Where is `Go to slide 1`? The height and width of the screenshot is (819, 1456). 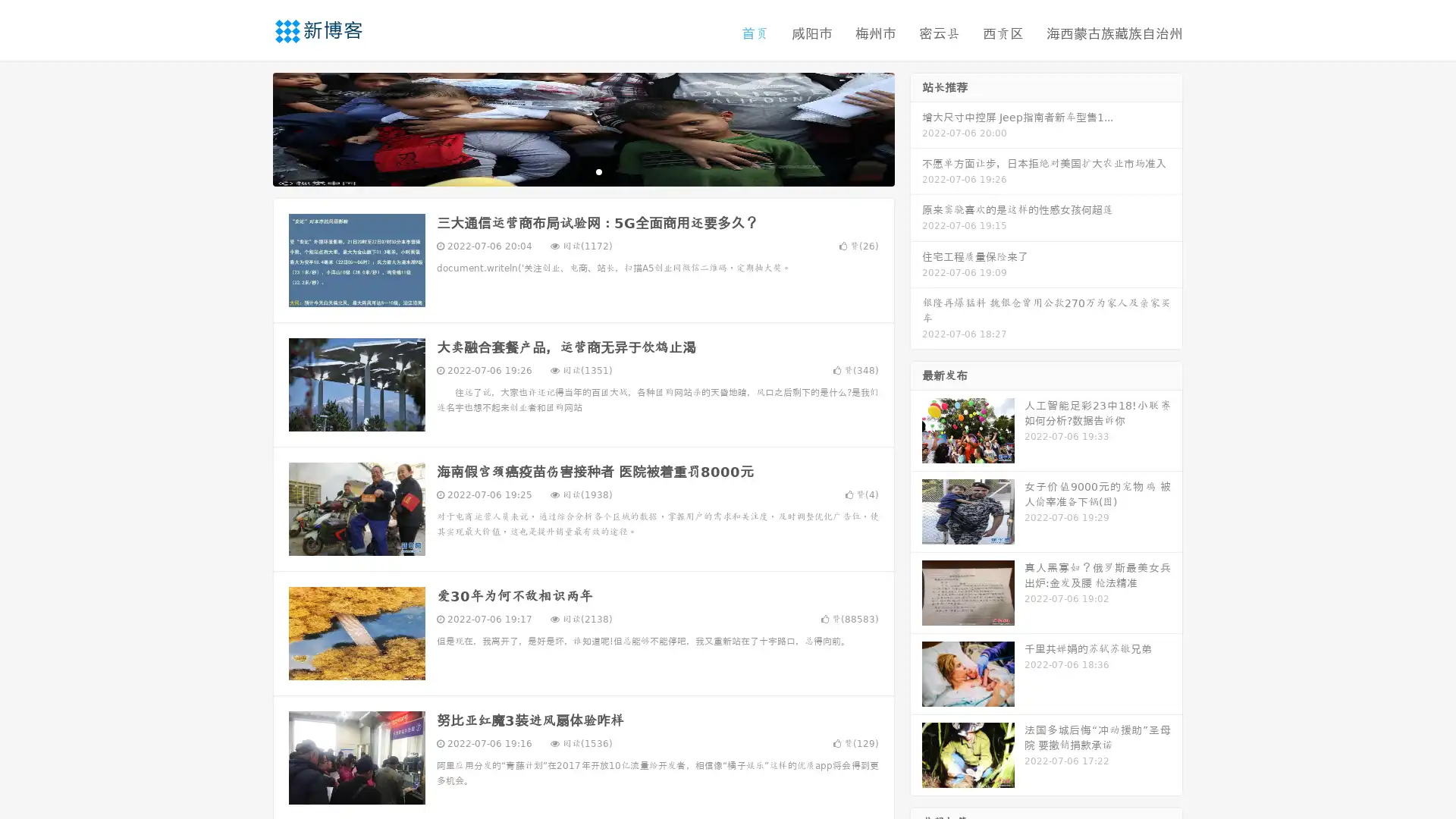 Go to slide 1 is located at coordinates (567, 171).